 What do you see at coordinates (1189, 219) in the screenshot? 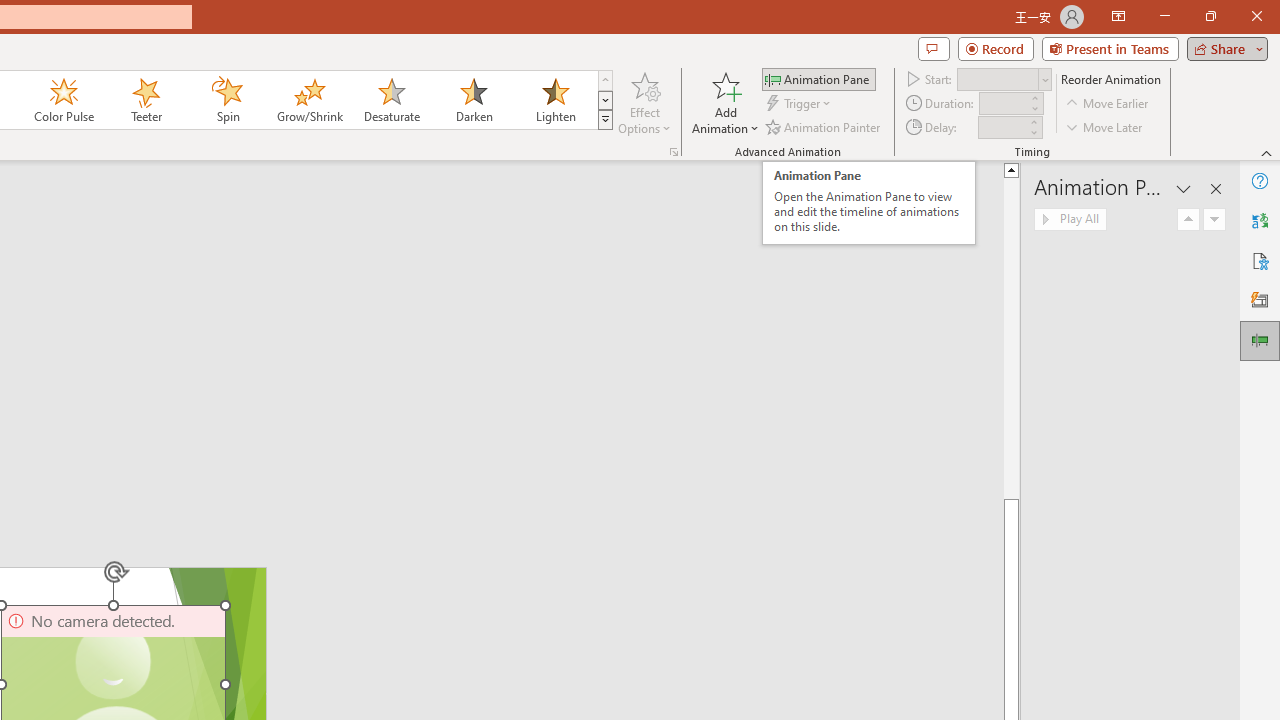
I see `'Move Up'` at bounding box center [1189, 219].